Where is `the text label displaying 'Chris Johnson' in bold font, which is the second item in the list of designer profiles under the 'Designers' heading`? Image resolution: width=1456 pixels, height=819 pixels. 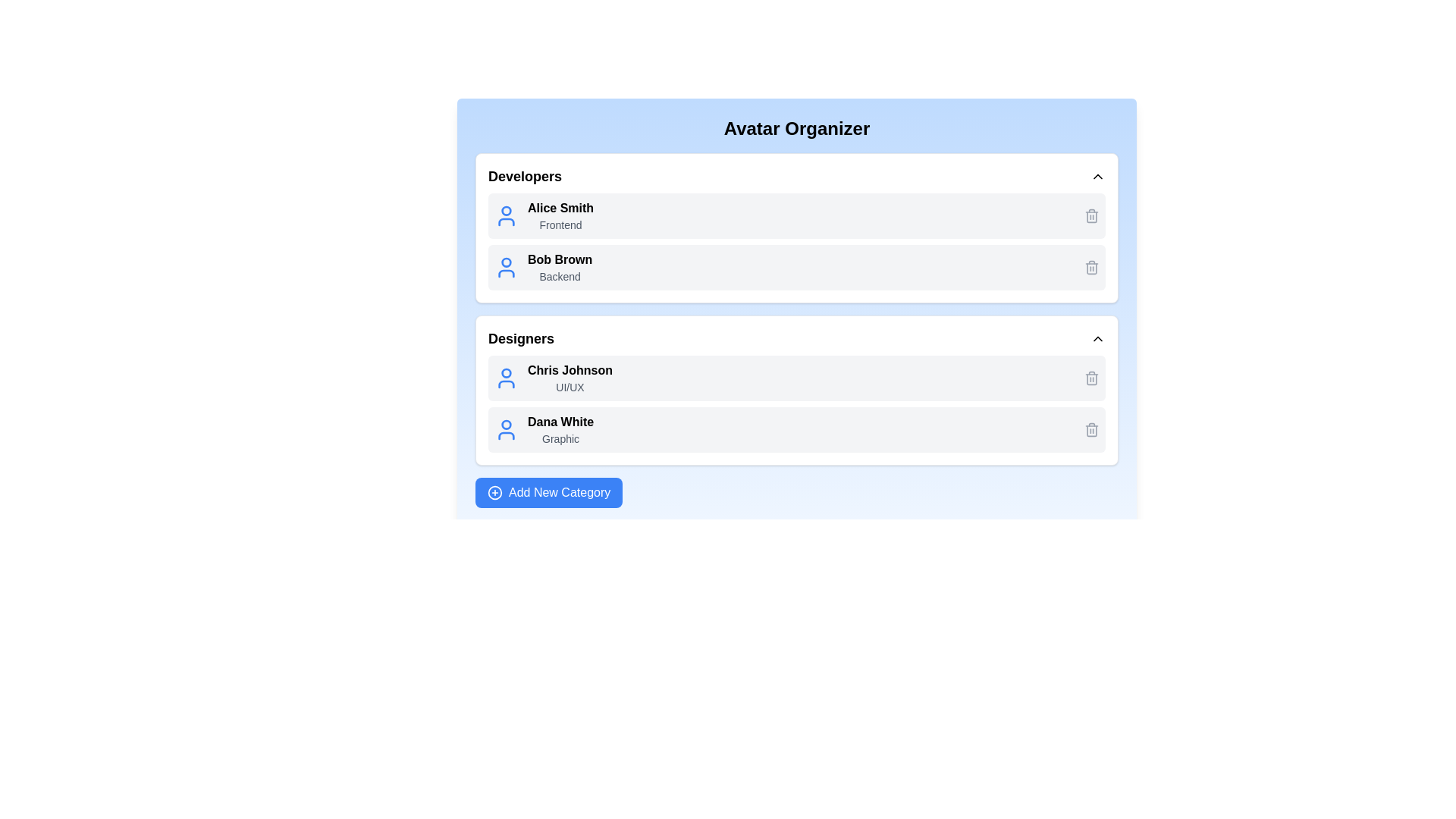 the text label displaying 'Chris Johnson' in bold font, which is the second item in the list of designer profiles under the 'Designers' heading is located at coordinates (570, 377).